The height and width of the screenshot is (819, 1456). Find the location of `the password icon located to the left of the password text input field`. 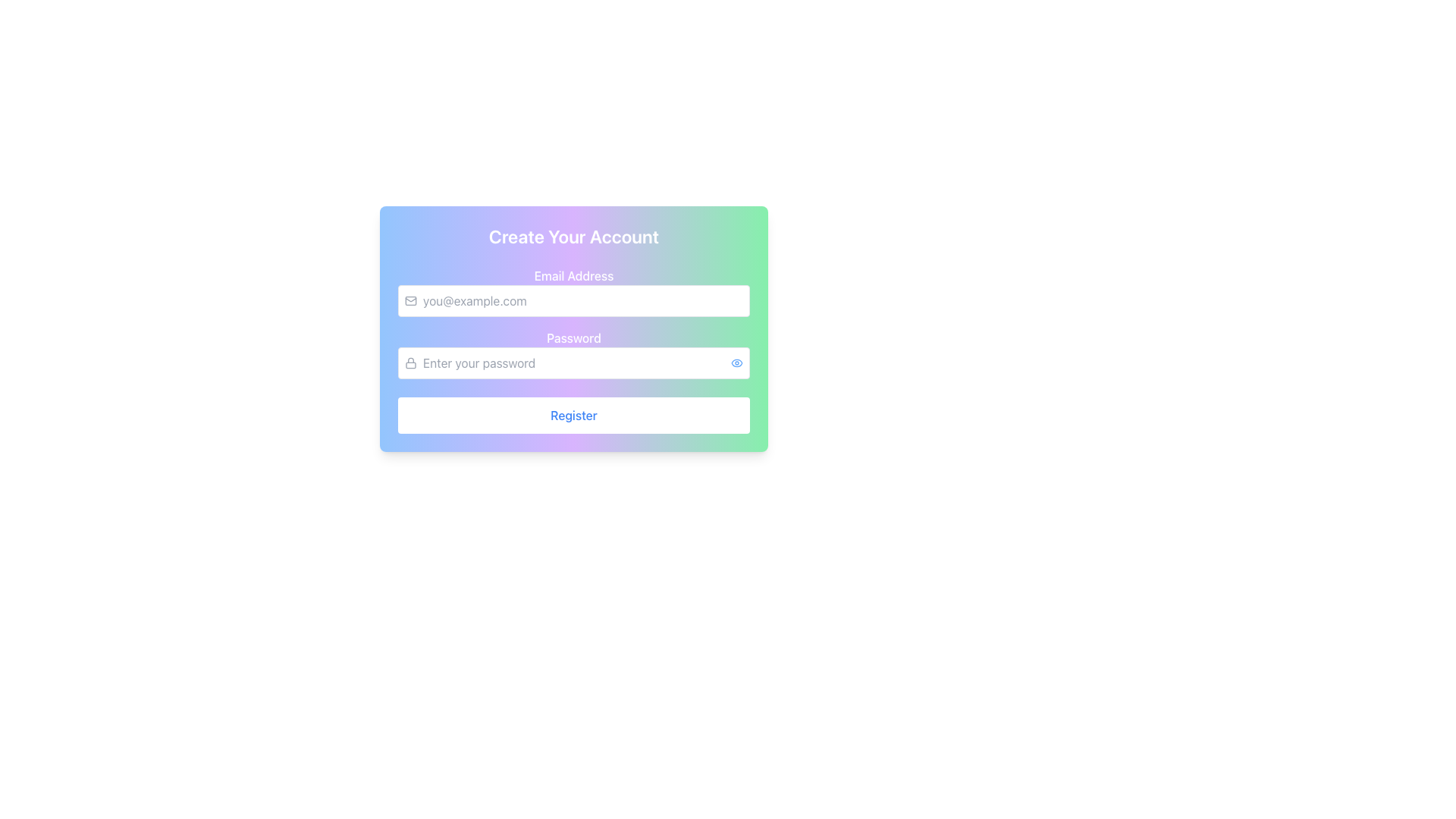

the password icon located to the left of the password text input field is located at coordinates (411, 362).